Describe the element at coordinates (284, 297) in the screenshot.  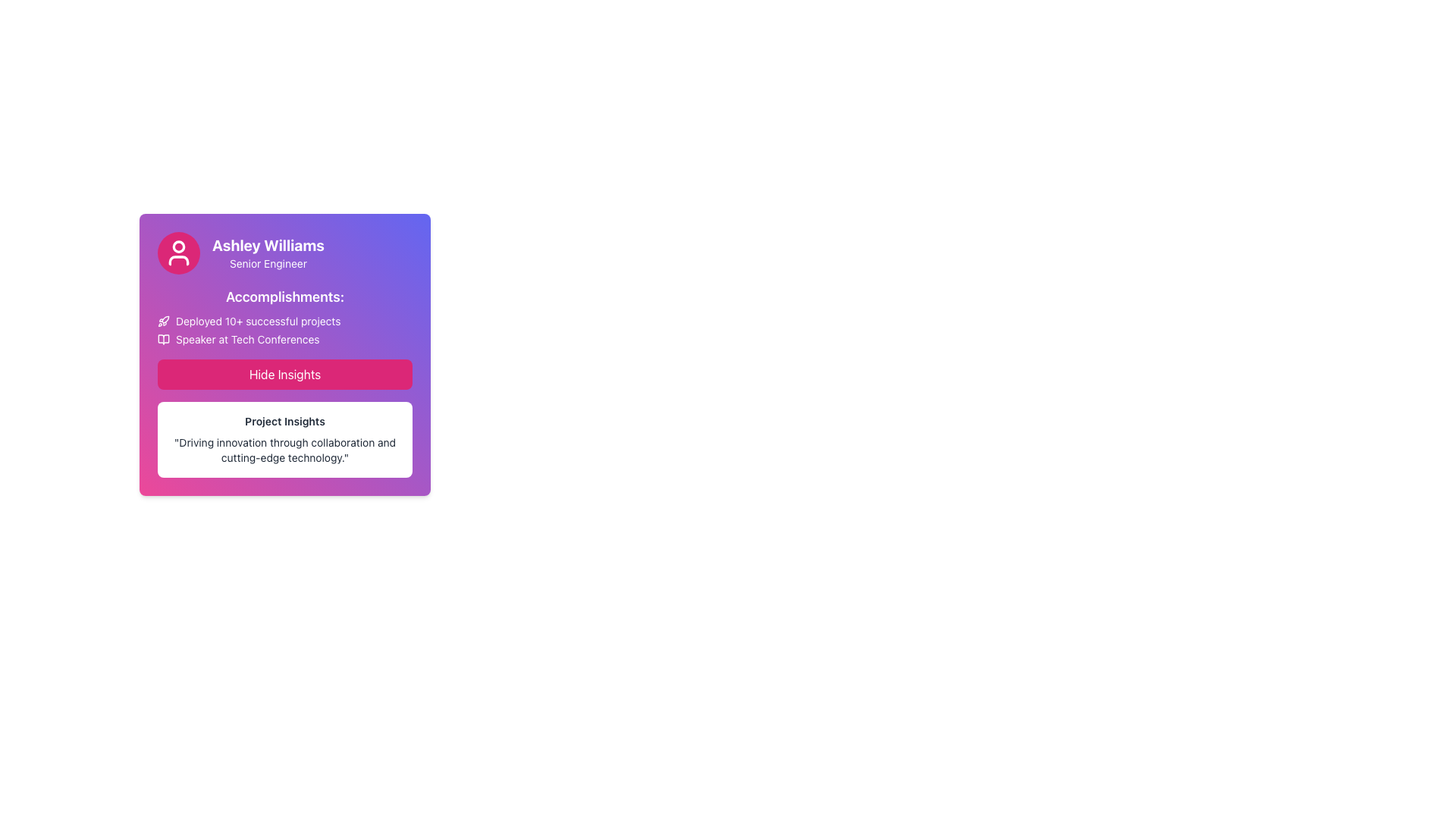
I see `the text label that serves as a section header for the list of accomplishments, positioned above the achievements within the content card` at that location.